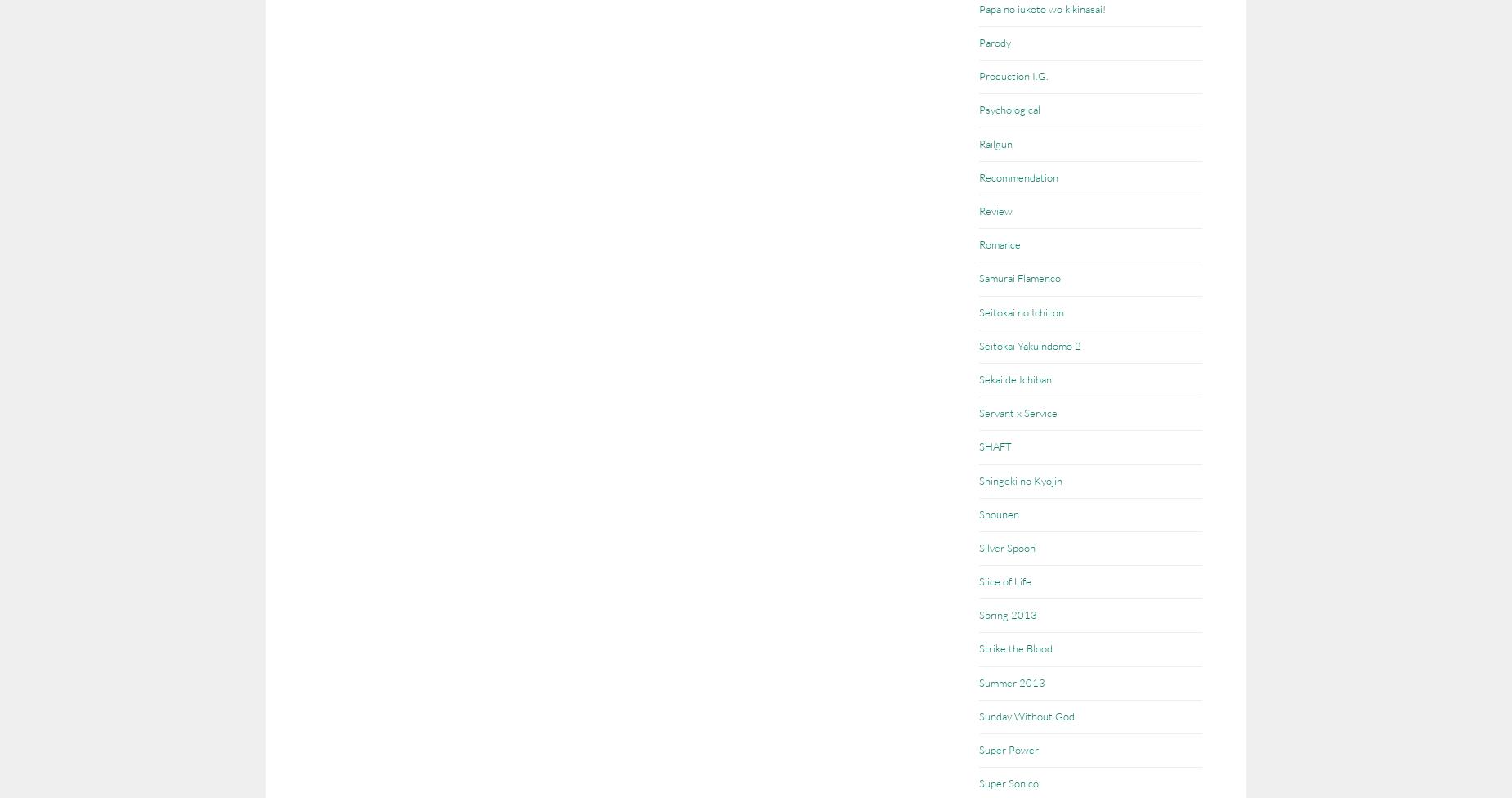 Image resolution: width=1512 pixels, height=798 pixels. Describe the element at coordinates (1041, 7) in the screenshot. I see `'Papa no iukoto wo kikinasai!'` at that location.